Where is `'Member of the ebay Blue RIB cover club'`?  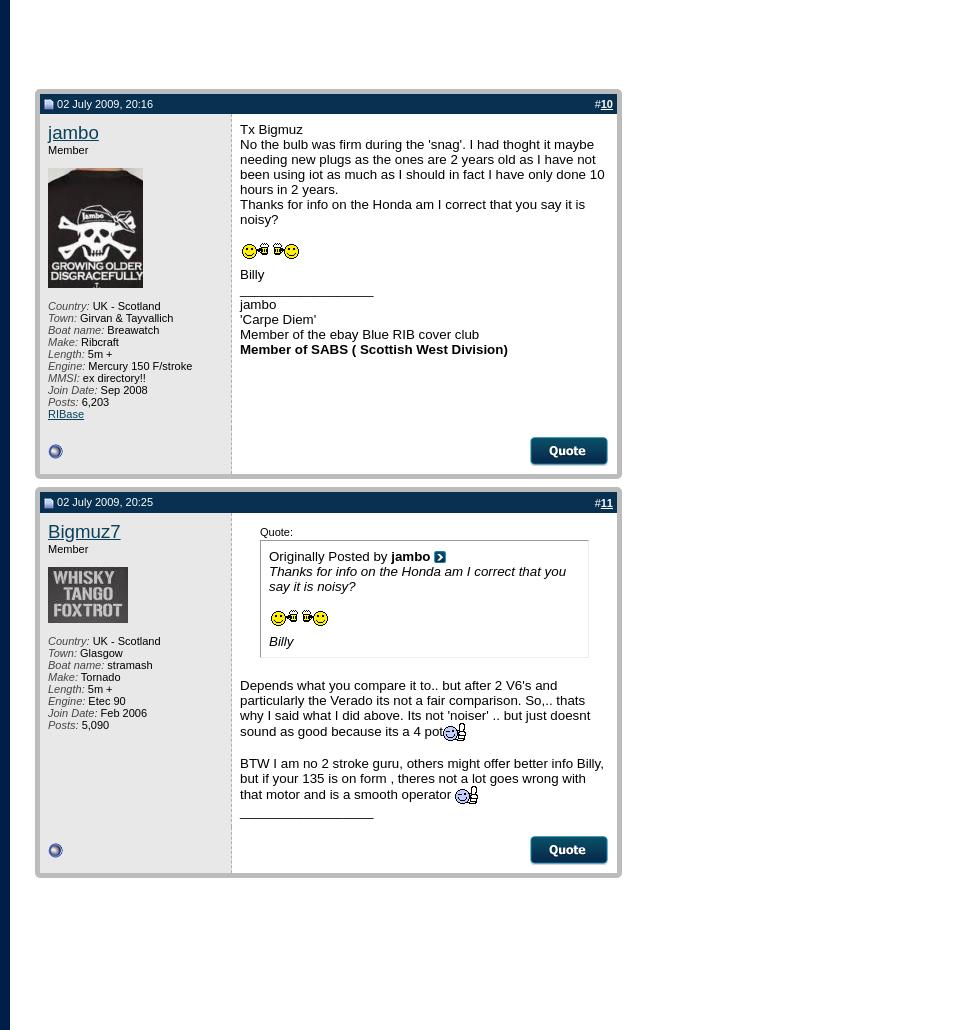 'Member of the ebay Blue RIB cover club' is located at coordinates (358, 333).